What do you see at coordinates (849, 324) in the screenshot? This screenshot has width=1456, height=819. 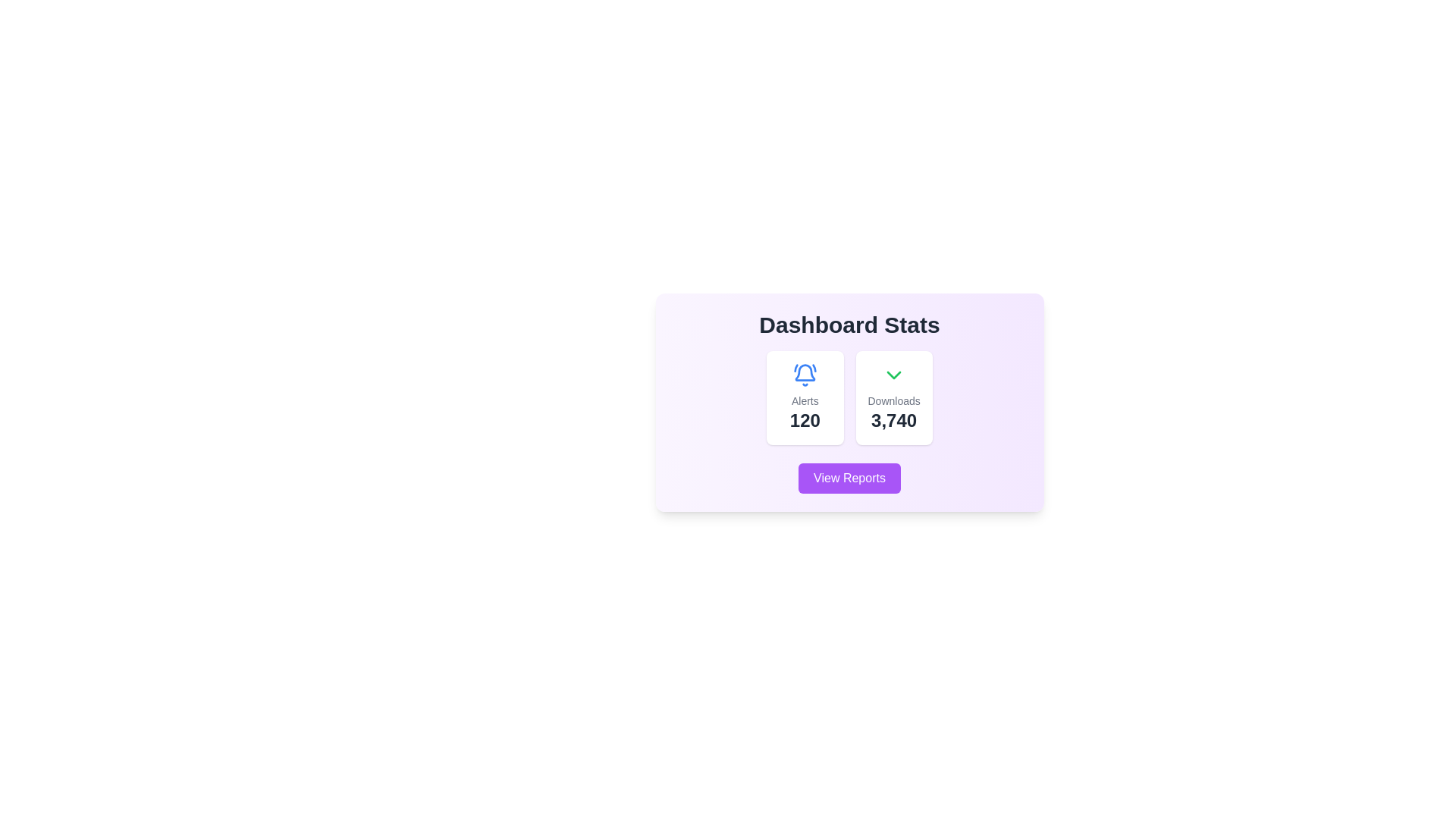 I see `the 'Dashboard Stats' text label, which is displayed in a large, bold sans-serif font at the center top of a rectangular card layout, using a dark gray color against a light purple gradient background` at bounding box center [849, 324].